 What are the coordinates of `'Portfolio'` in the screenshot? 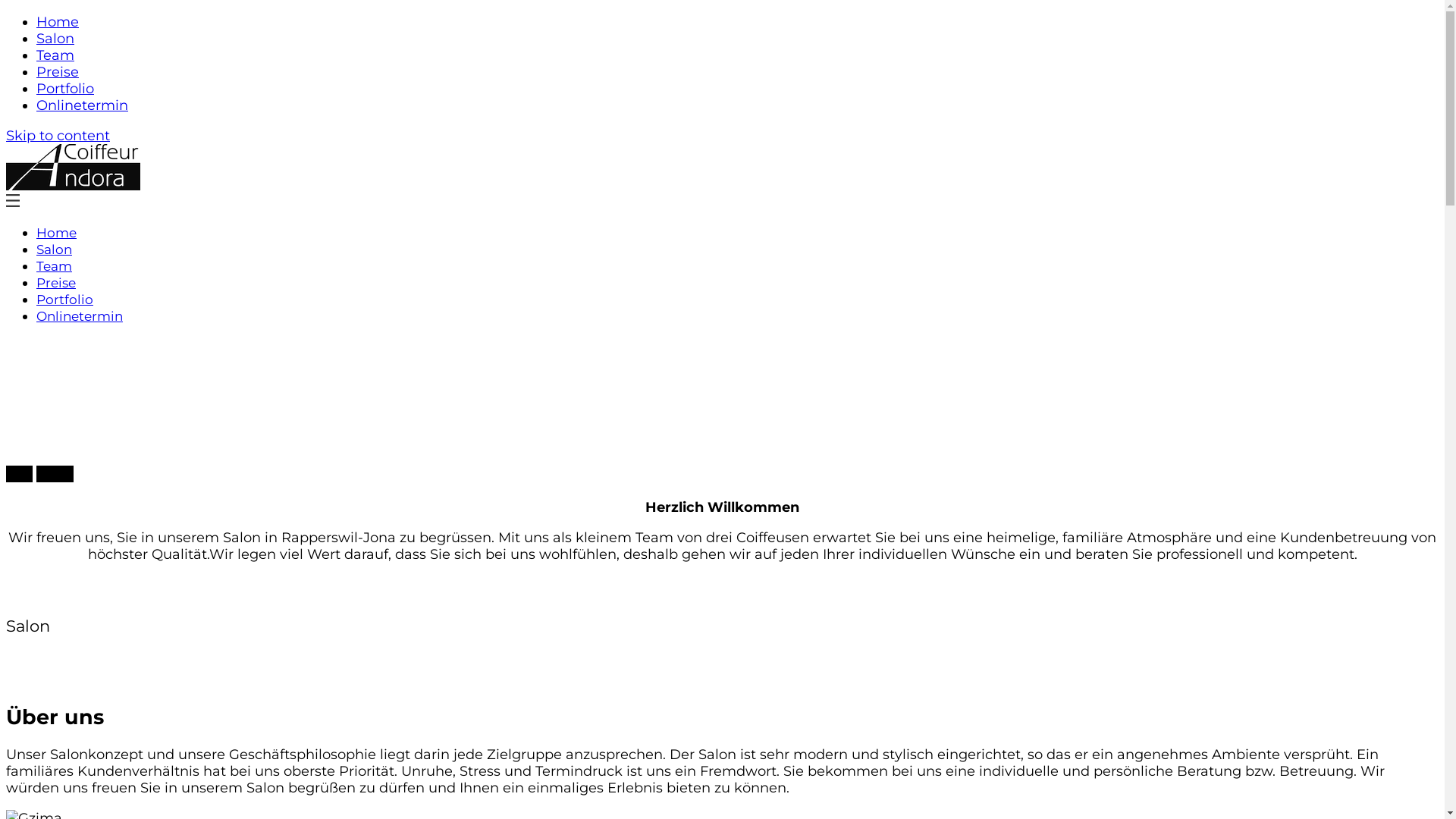 It's located at (36, 299).